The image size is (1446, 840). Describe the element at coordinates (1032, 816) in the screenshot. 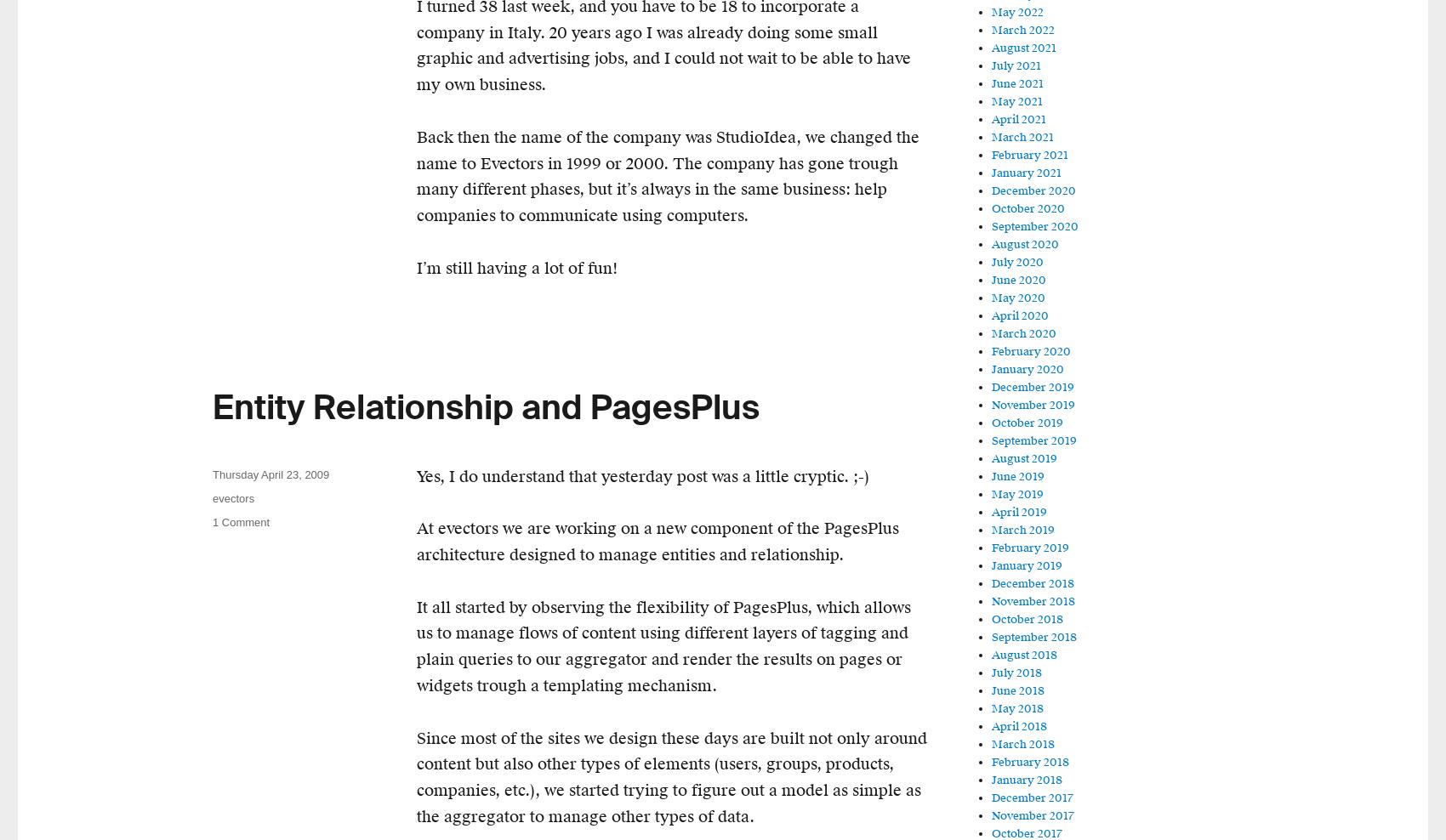

I see `'November 2017'` at that location.